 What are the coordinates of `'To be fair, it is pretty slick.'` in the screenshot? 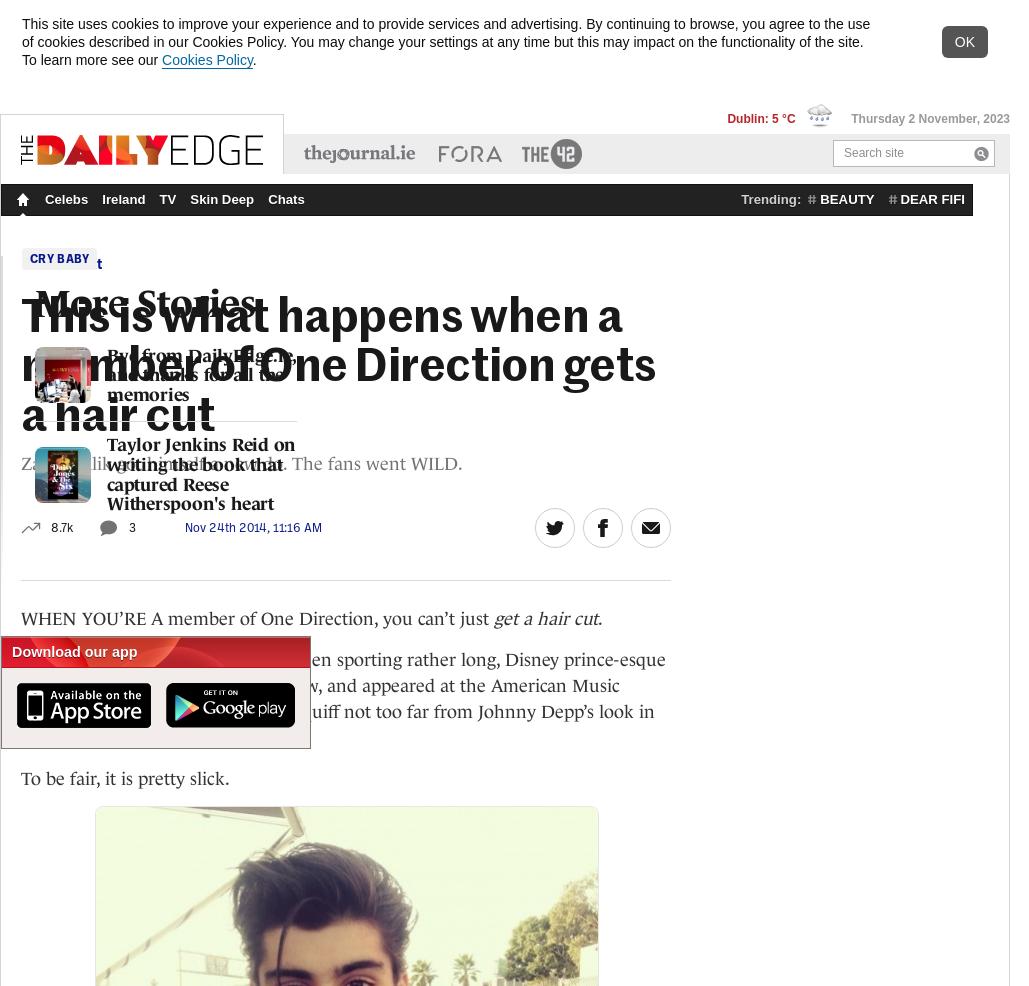 It's located at (20, 776).